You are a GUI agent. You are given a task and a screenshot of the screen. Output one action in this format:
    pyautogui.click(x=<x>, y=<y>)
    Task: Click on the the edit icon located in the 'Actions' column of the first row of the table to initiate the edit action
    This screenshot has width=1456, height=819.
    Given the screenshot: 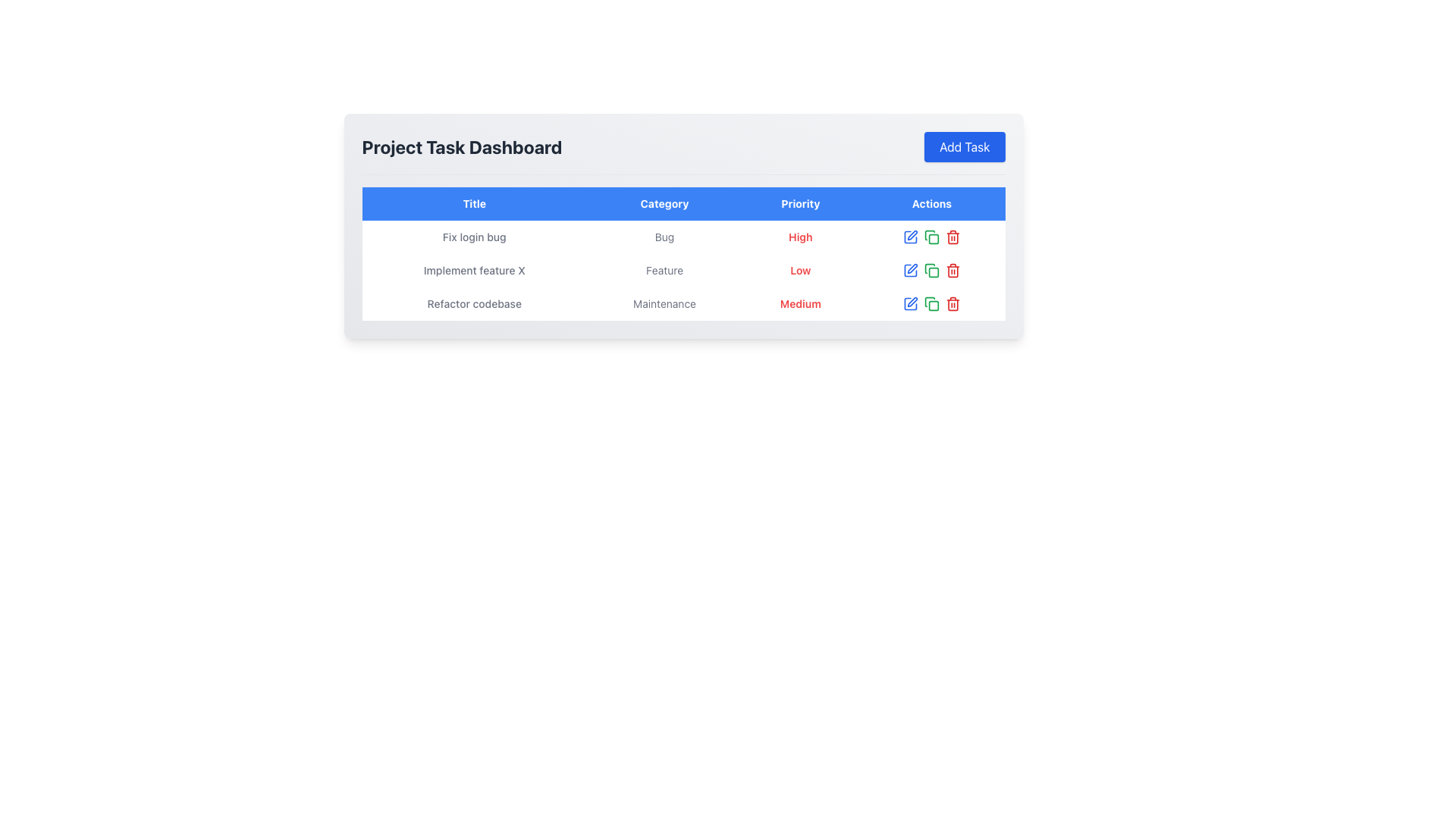 What is the action you would take?
    pyautogui.click(x=912, y=235)
    